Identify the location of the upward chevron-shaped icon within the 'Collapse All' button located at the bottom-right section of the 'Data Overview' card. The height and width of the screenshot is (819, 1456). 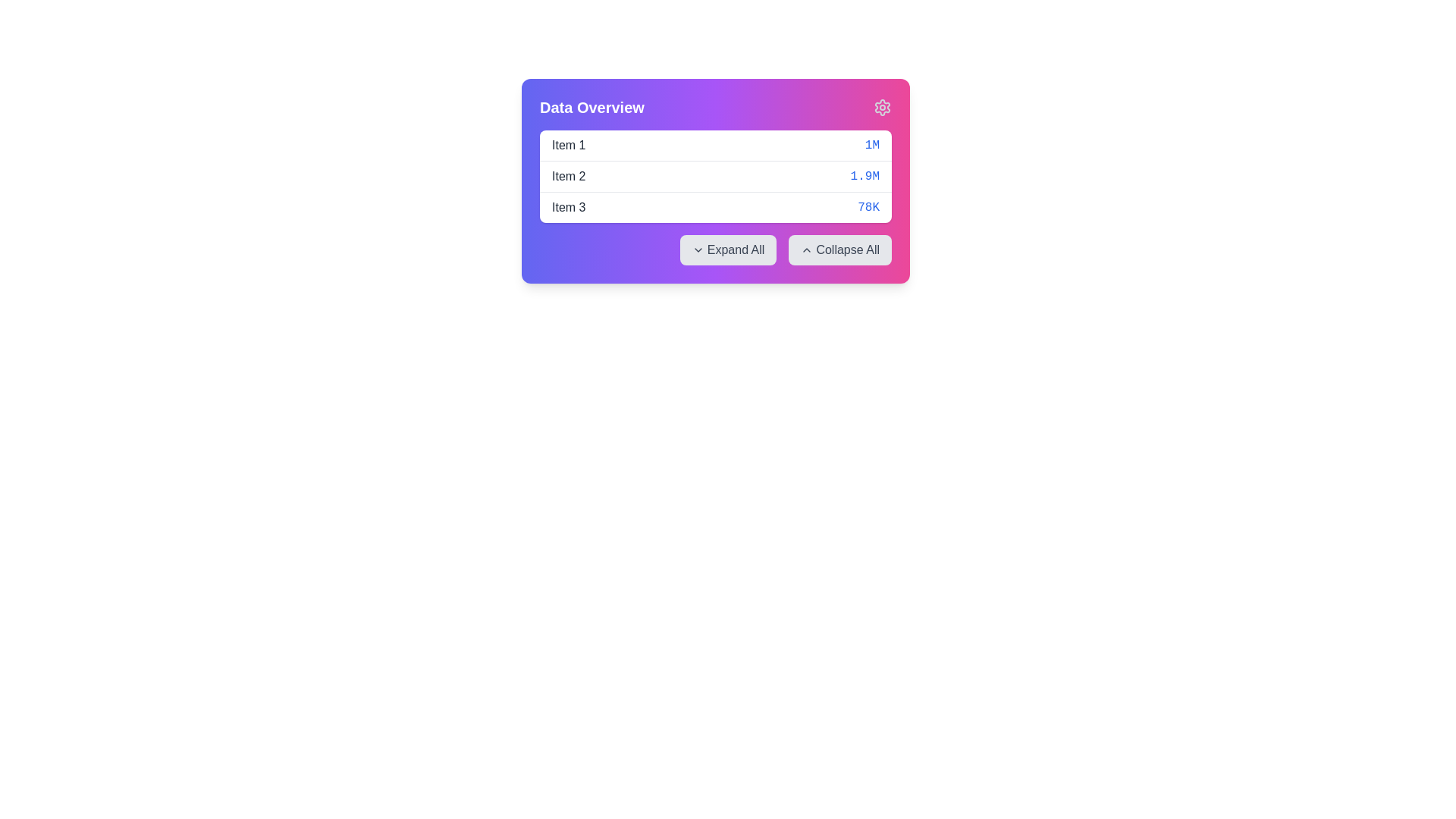
(806, 249).